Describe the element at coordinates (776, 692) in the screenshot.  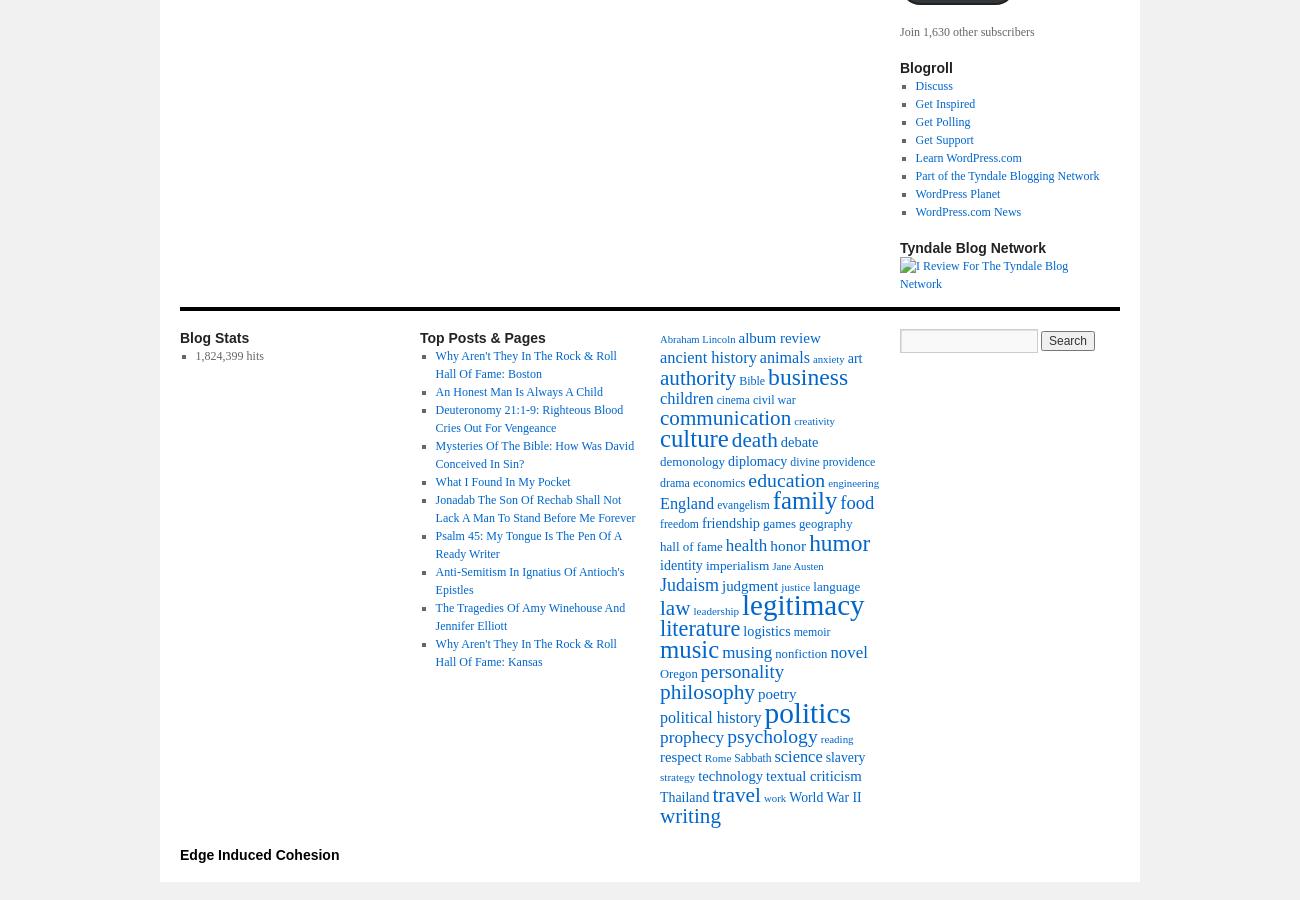
I see `'poetry'` at that location.